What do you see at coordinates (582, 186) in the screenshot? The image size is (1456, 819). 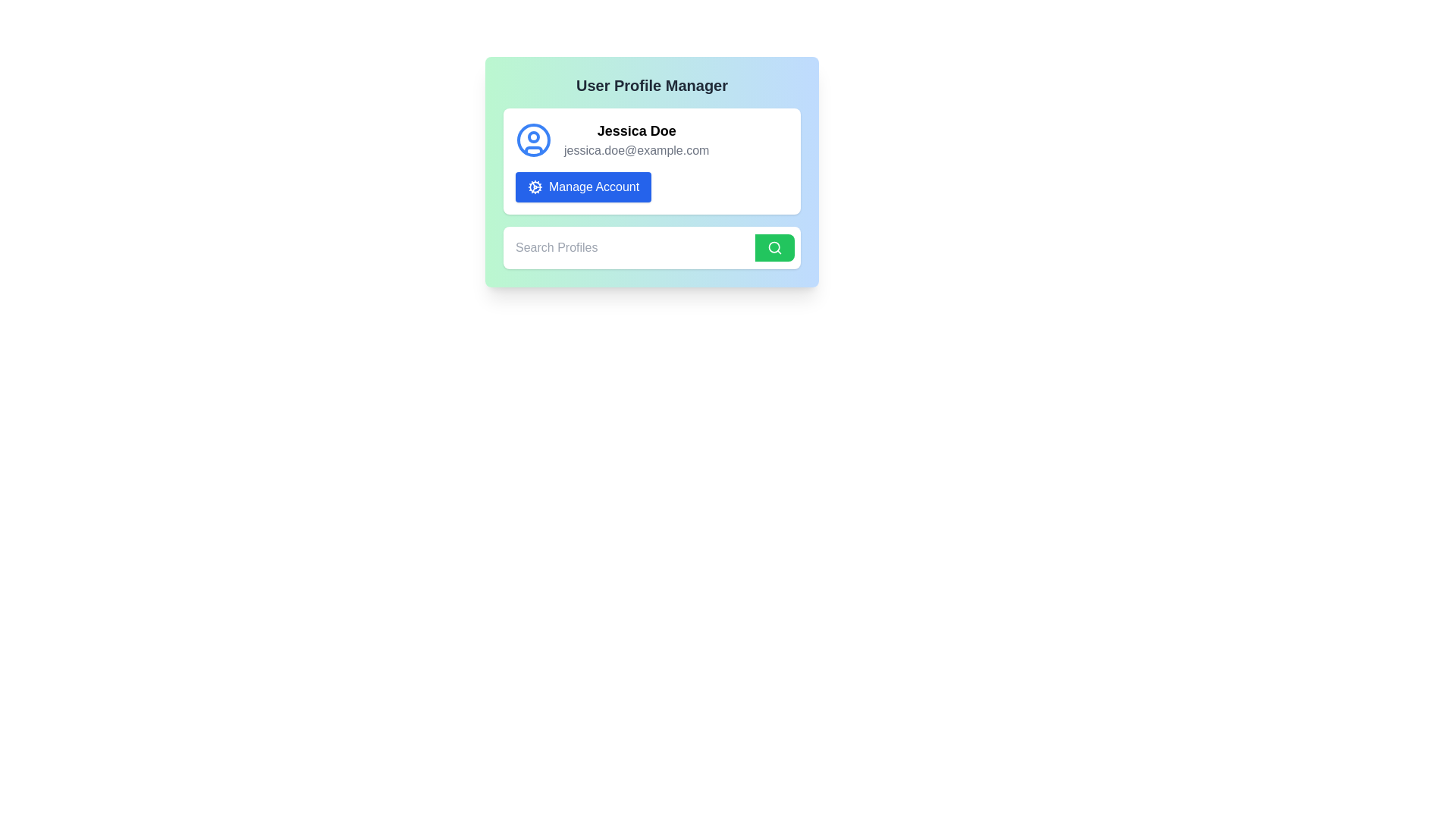 I see `the rectangular button with a blue background and white text reading 'Manage Account', located beneath the user profile name and email address` at bounding box center [582, 186].